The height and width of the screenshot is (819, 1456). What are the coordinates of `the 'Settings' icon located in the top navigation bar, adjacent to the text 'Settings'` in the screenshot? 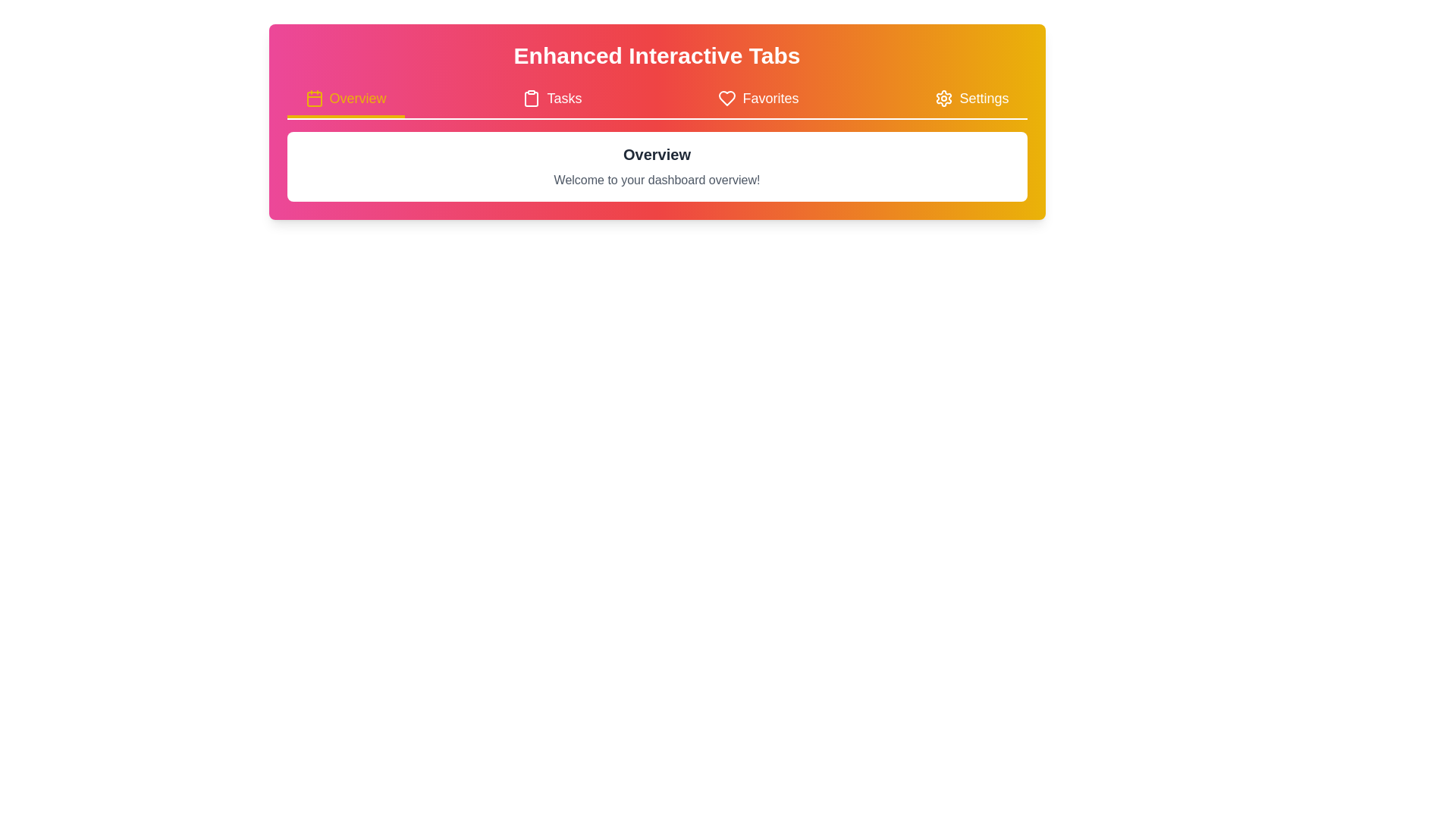 It's located at (943, 99).